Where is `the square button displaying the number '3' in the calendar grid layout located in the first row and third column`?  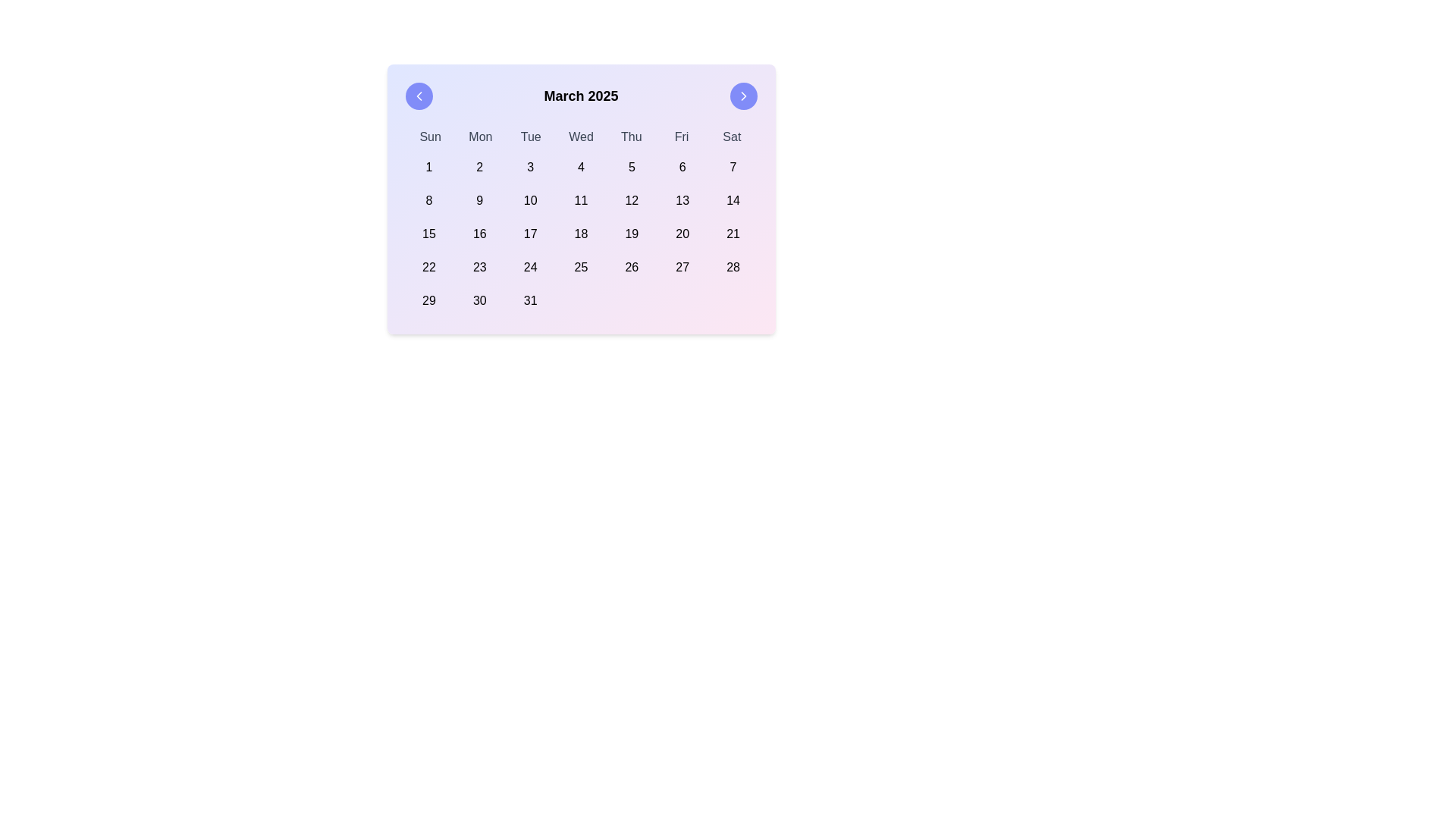 the square button displaying the number '3' in the calendar grid layout located in the first row and third column is located at coordinates (530, 167).